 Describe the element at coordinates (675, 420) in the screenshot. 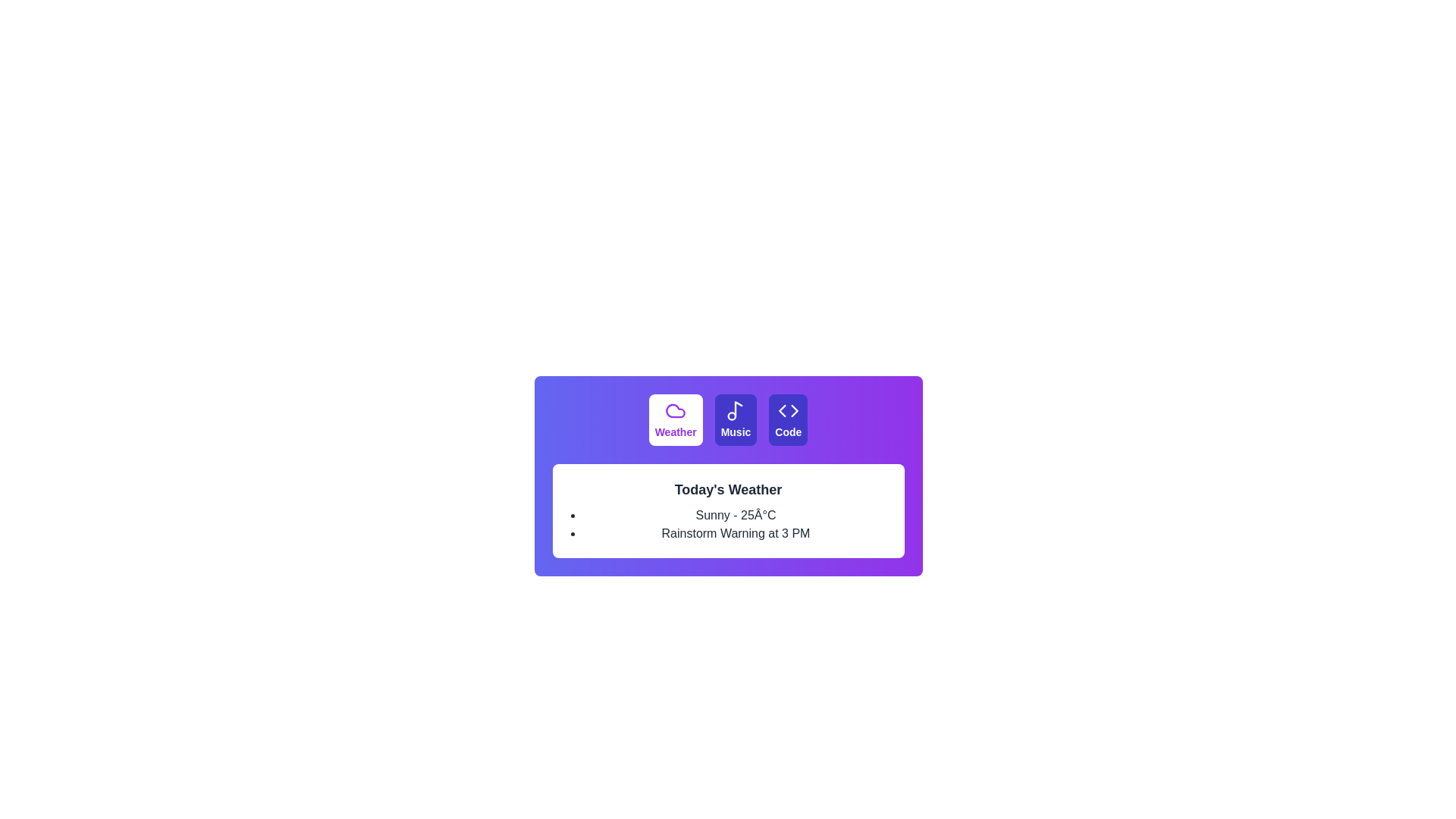

I see `the 'Weather' button, which is the first button in a group of three at the top-center of the interface, featuring a cloud icon and bold purple text` at that location.